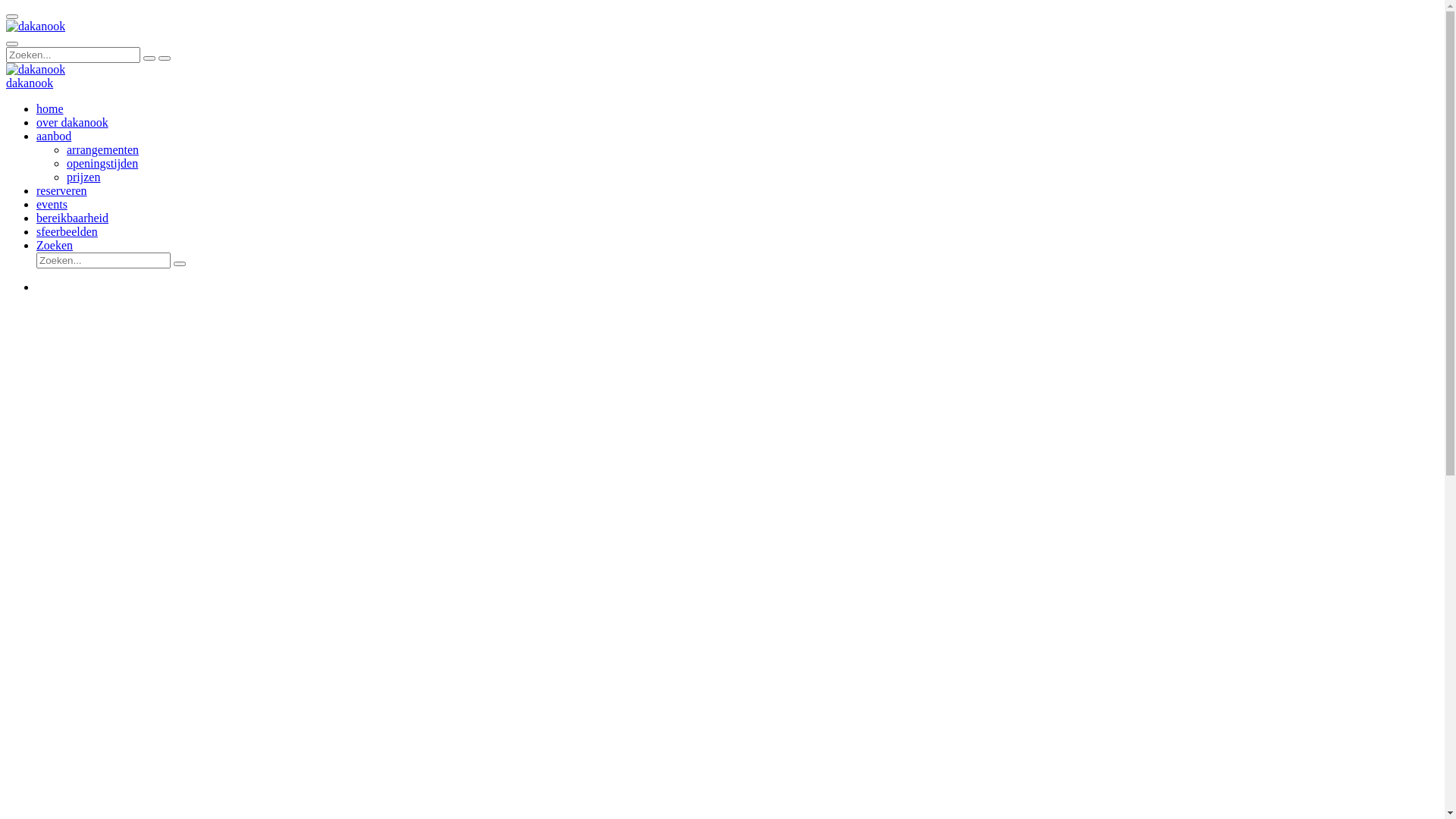 The height and width of the screenshot is (819, 1456). Describe the element at coordinates (71, 121) in the screenshot. I see `'over dakanook'` at that location.